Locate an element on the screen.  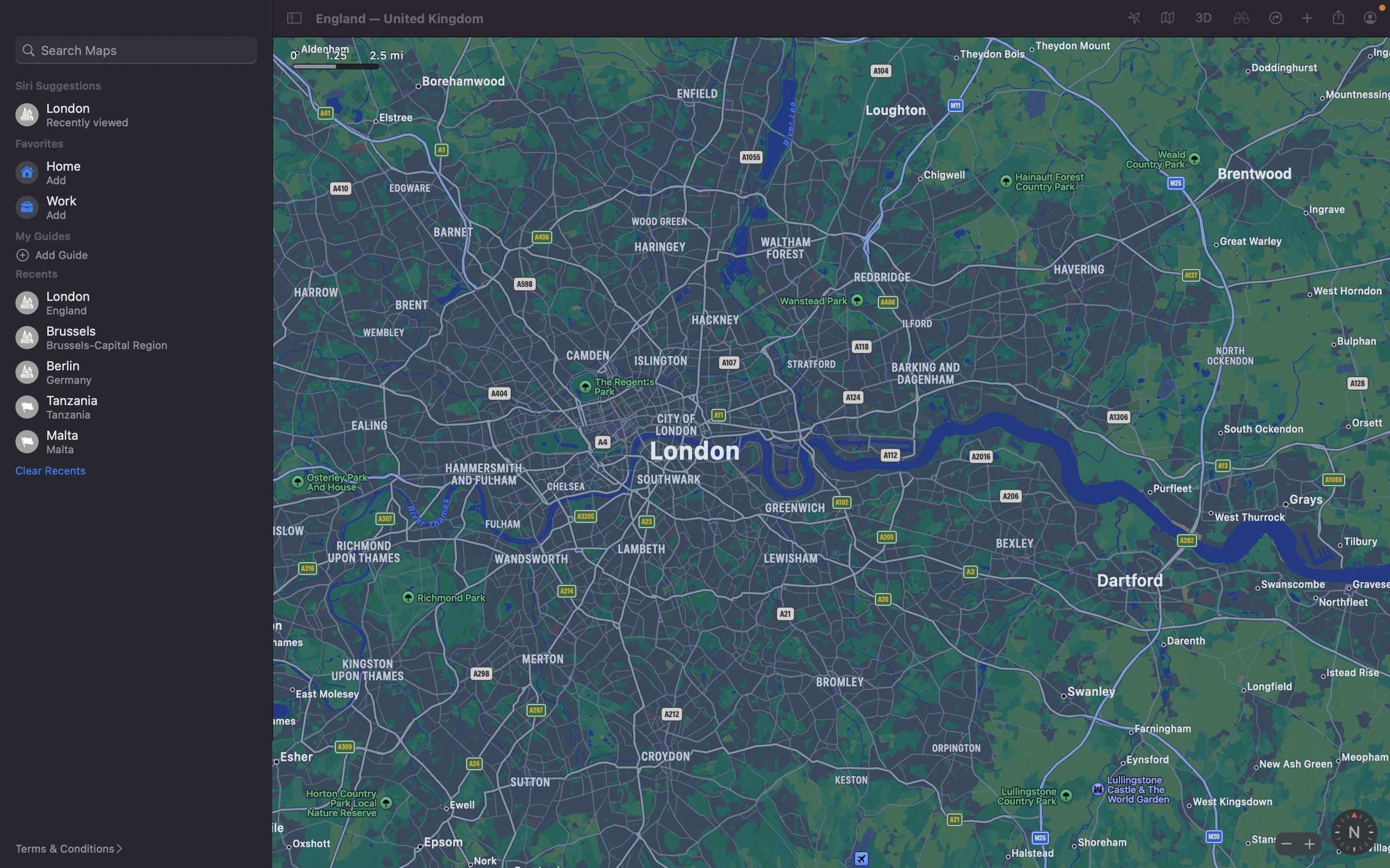
the map configuration to view from satellite imagery is located at coordinates (1165, 18).